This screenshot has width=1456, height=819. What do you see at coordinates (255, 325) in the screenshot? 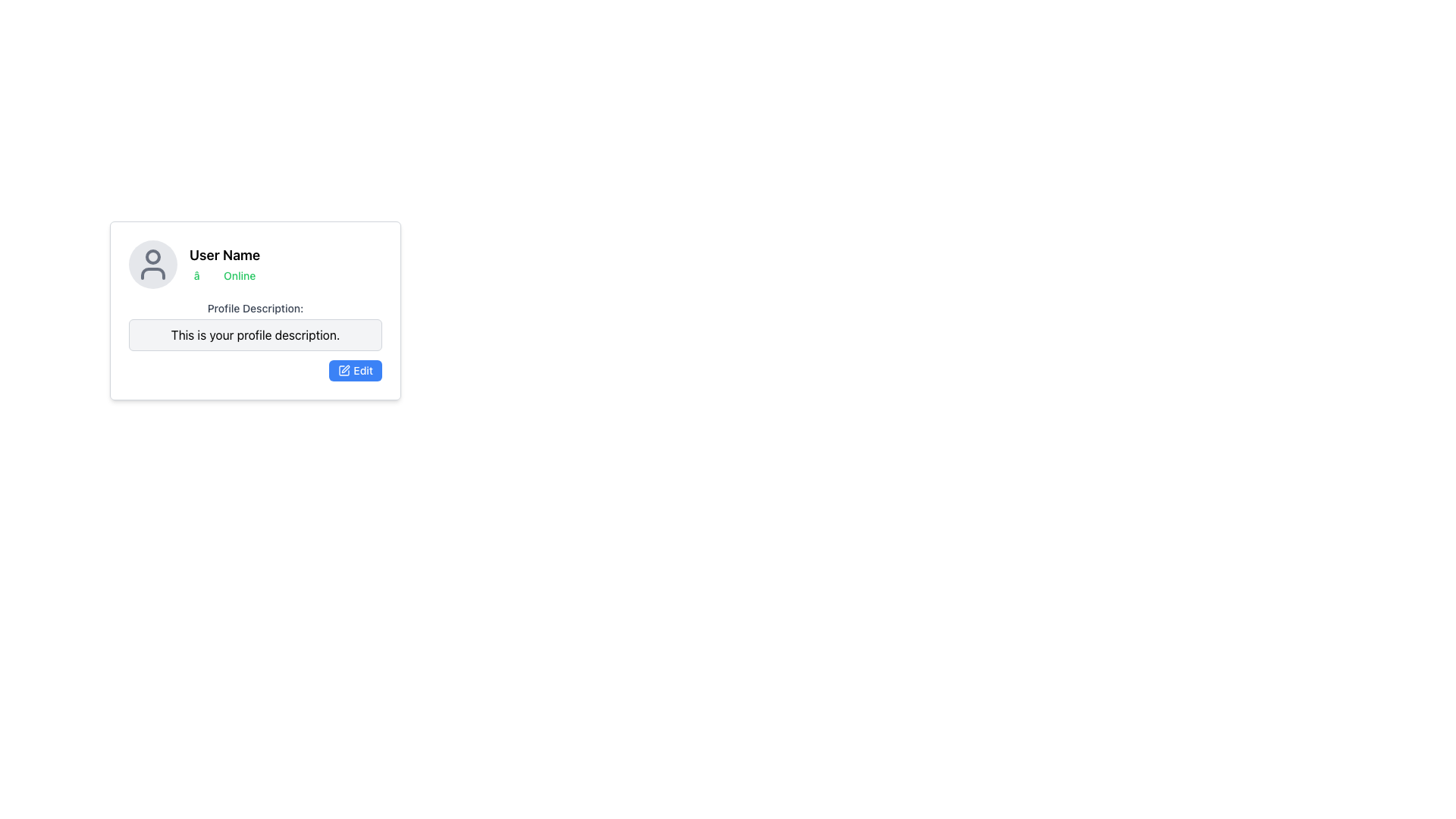
I see `the profile description element, which includes the title 'Profile Description:' and the bordered text display box containing 'This is your profile description.' It is located below the 'User Name' and 'Online' labels, and above the 'Edit' button` at bounding box center [255, 325].